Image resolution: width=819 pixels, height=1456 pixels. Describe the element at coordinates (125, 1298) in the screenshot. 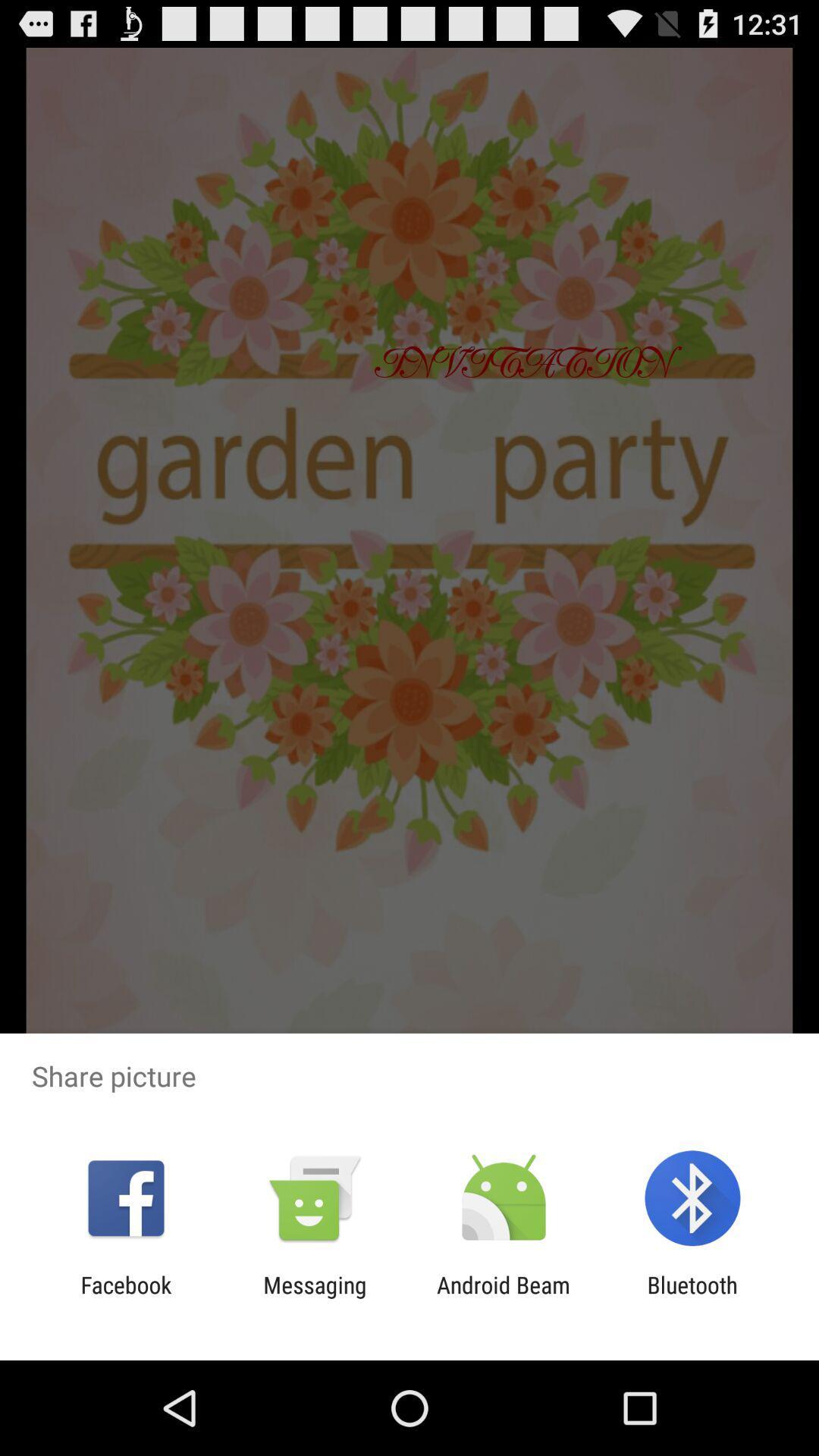

I see `the facebook icon` at that location.